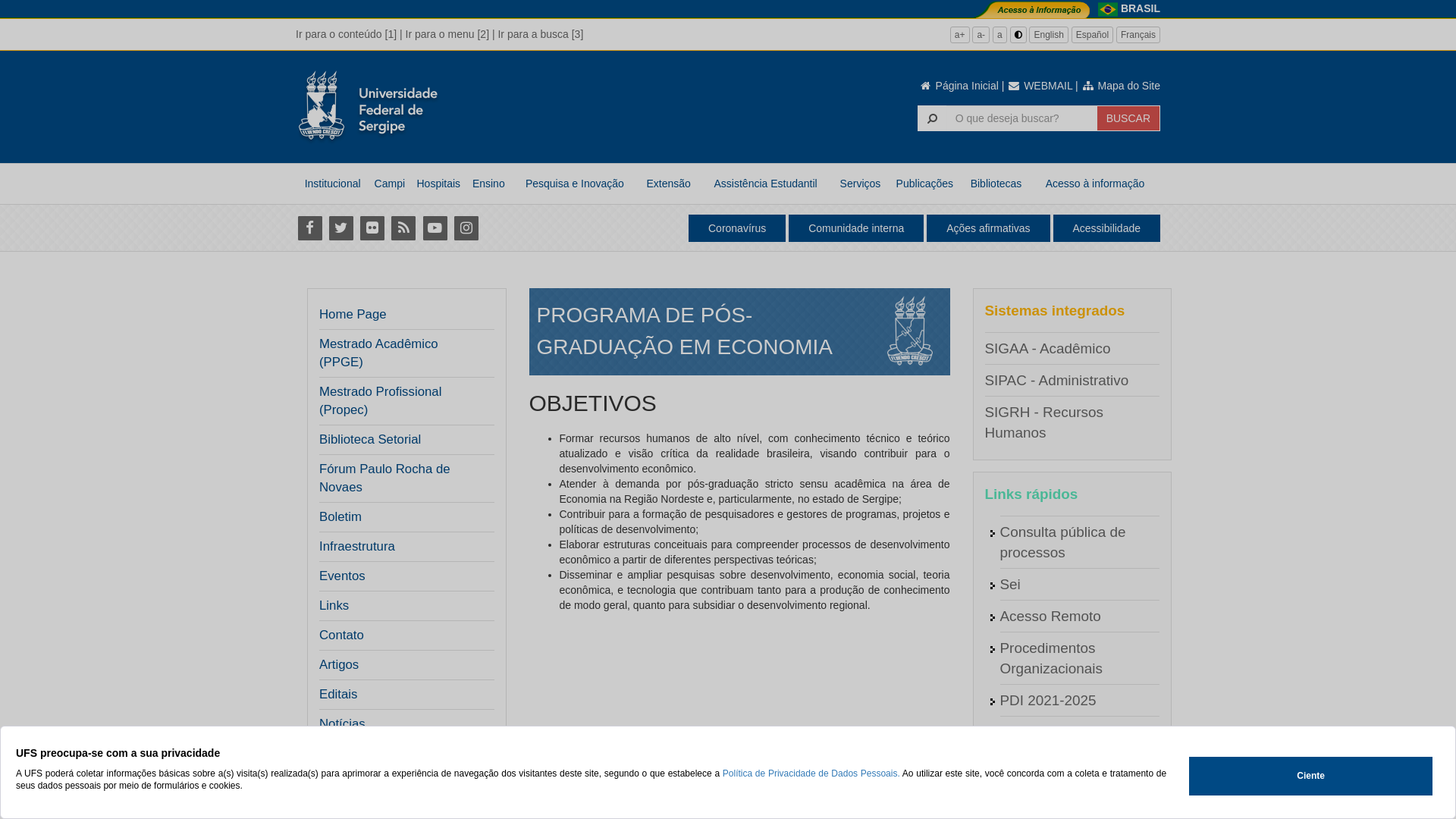 This screenshot has width=1456, height=819. Describe the element at coordinates (389, 183) in the screenshot. I see `'Campi'` at that location.